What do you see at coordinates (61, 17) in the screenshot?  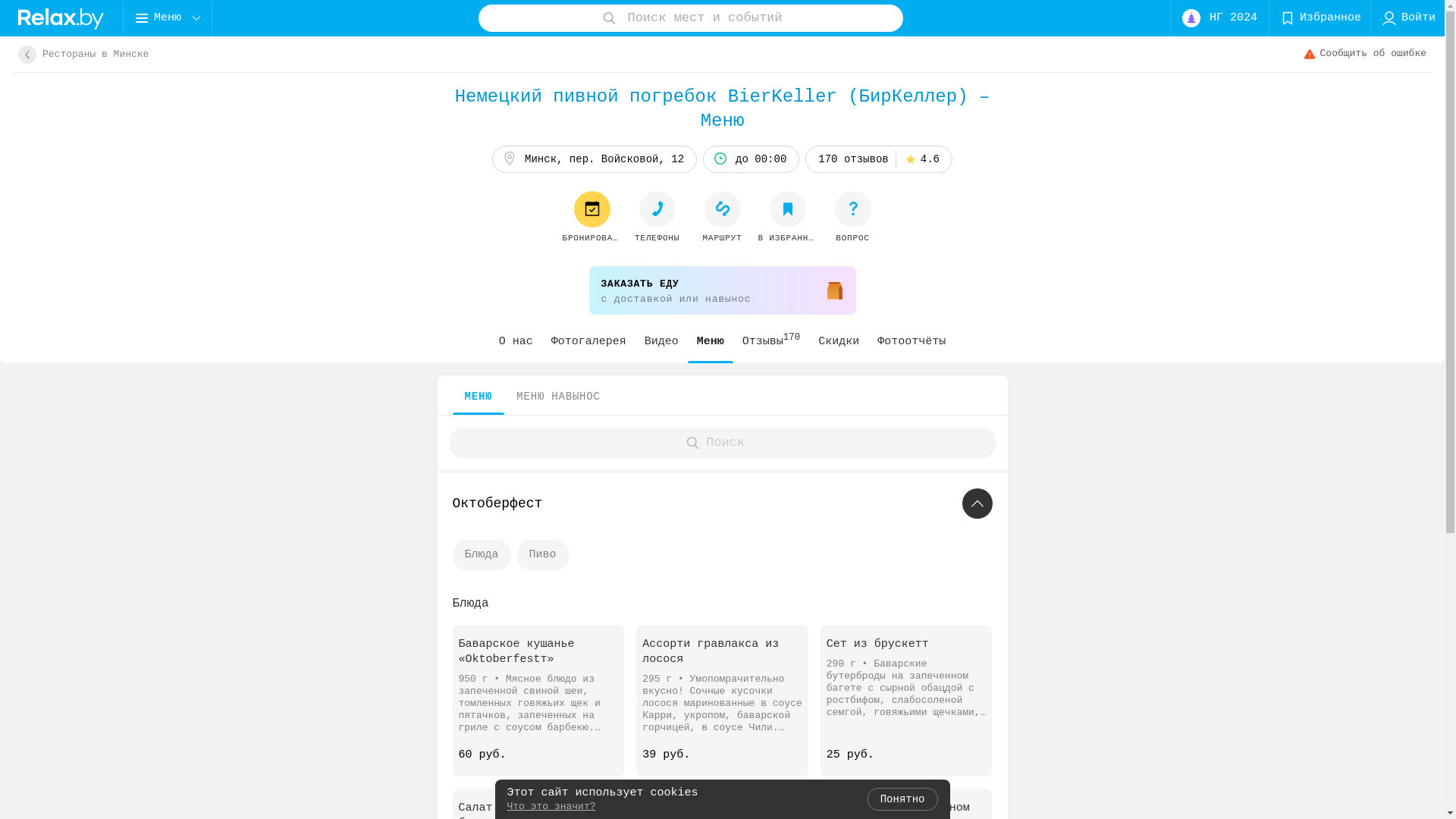 I see `'logo'` at bounding box center [61, 17].